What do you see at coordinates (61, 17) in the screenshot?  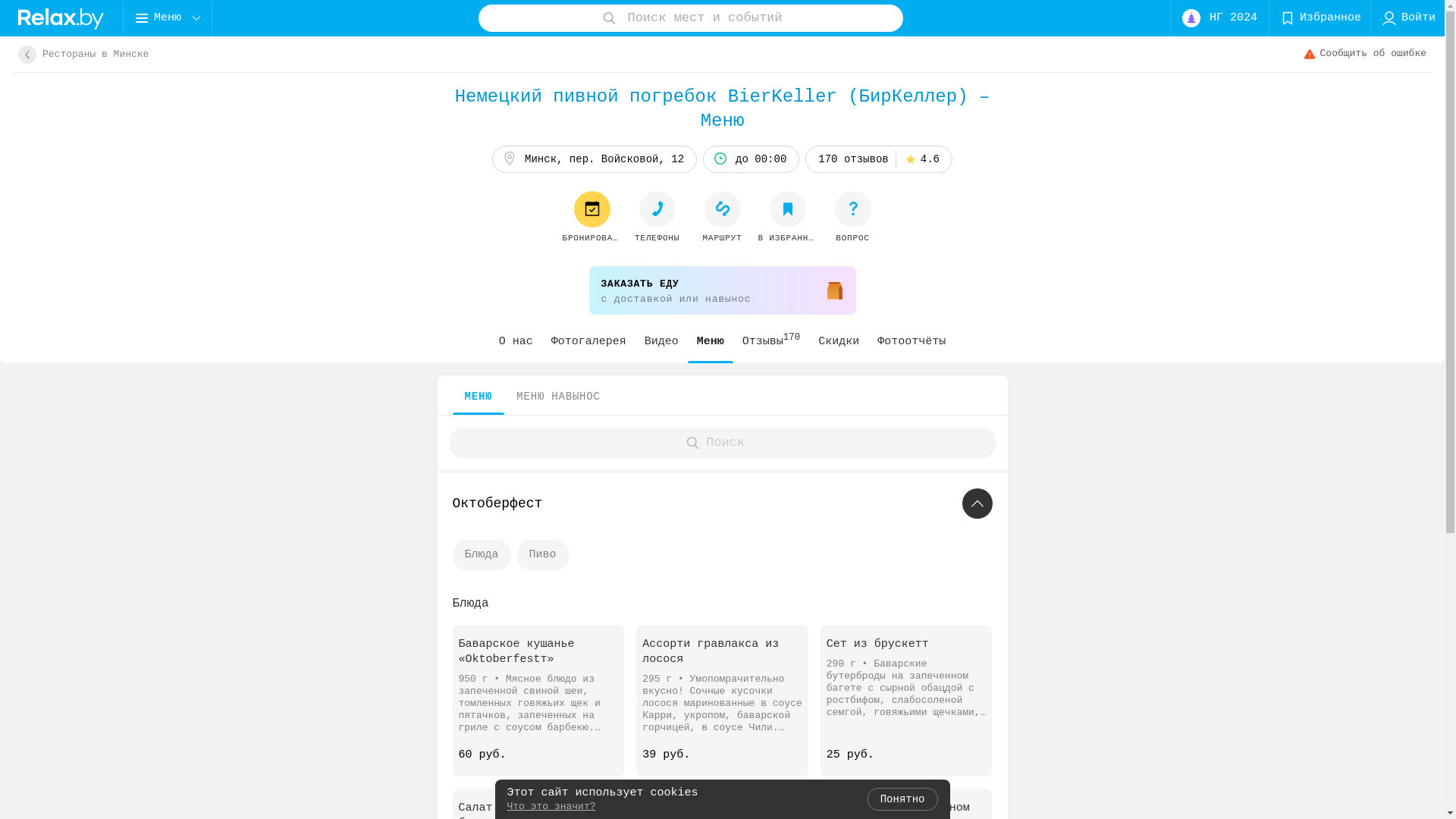 I see `'logo'` at bounding box center [61, 17].